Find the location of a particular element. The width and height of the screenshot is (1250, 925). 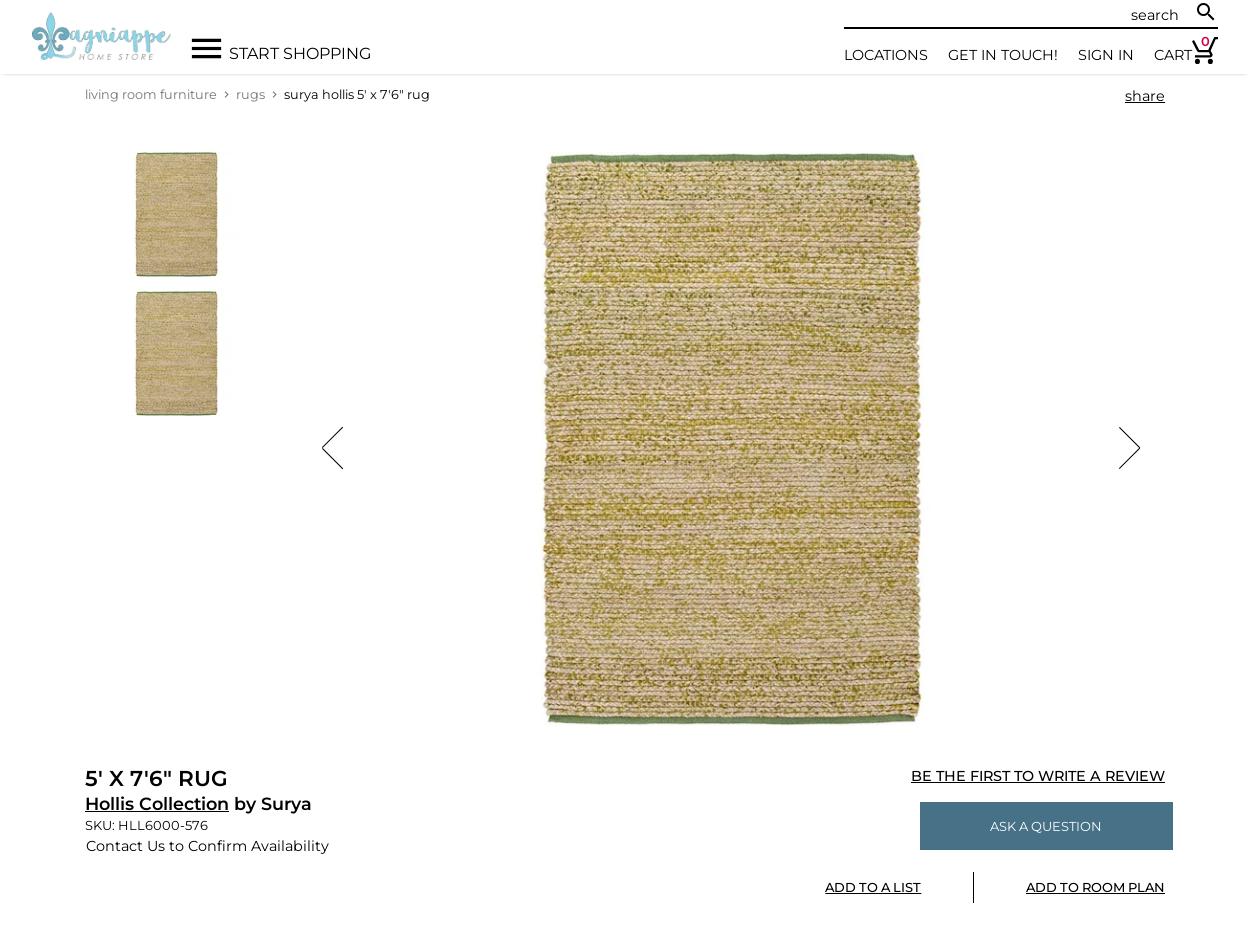

'Add To Room Plan' is located at coordinates (1094, 886).